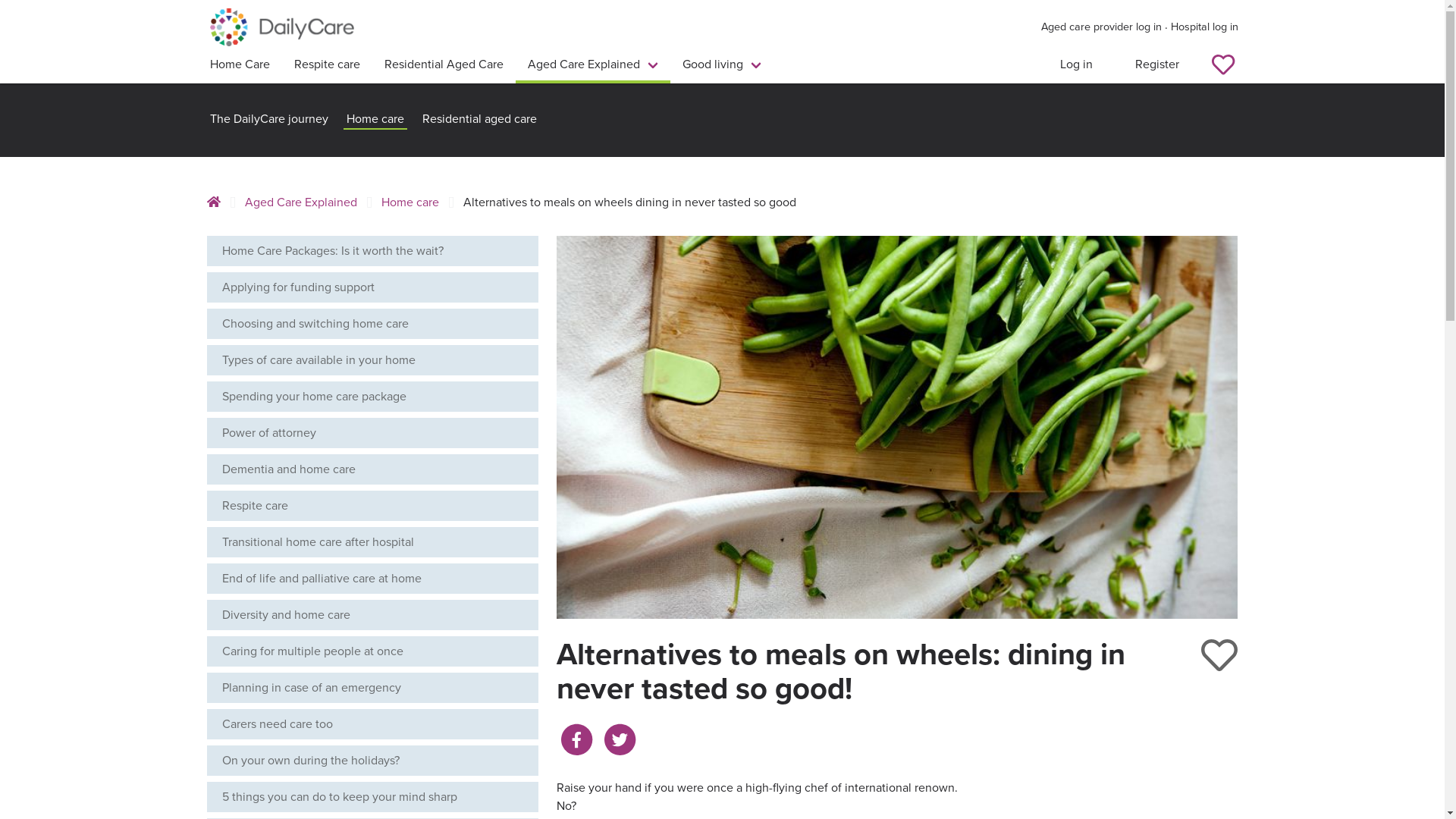 Image resolution: width=1456 pixels, height=819 pixels. Describe the element at coordinates (372, 396) in the screenshot. I see `'Spending your home care package'` at that location.